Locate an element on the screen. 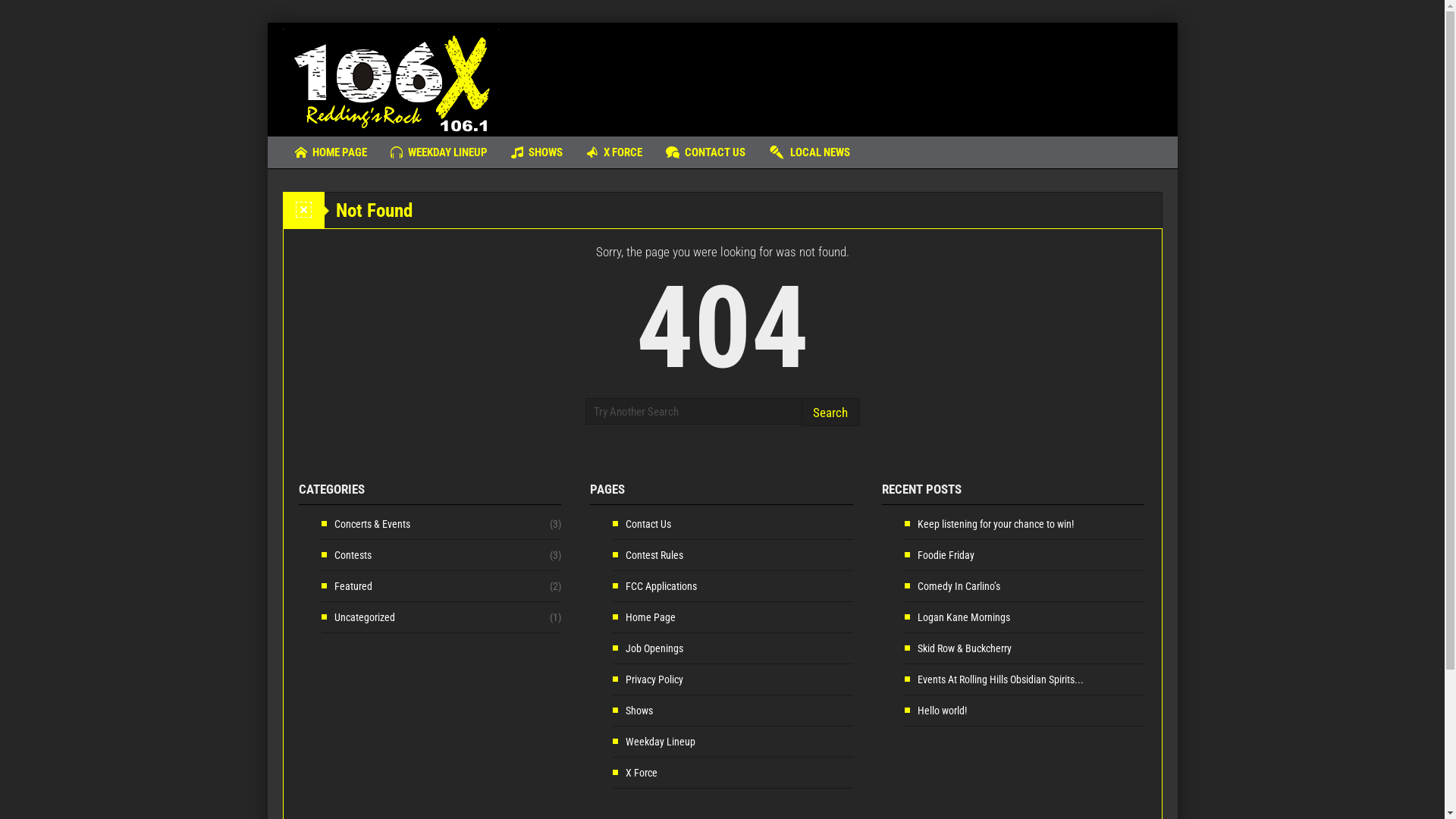 The width and height of the screenshot is (1456, 819). 'FCC Applications' is located at coordinates (654, 585).